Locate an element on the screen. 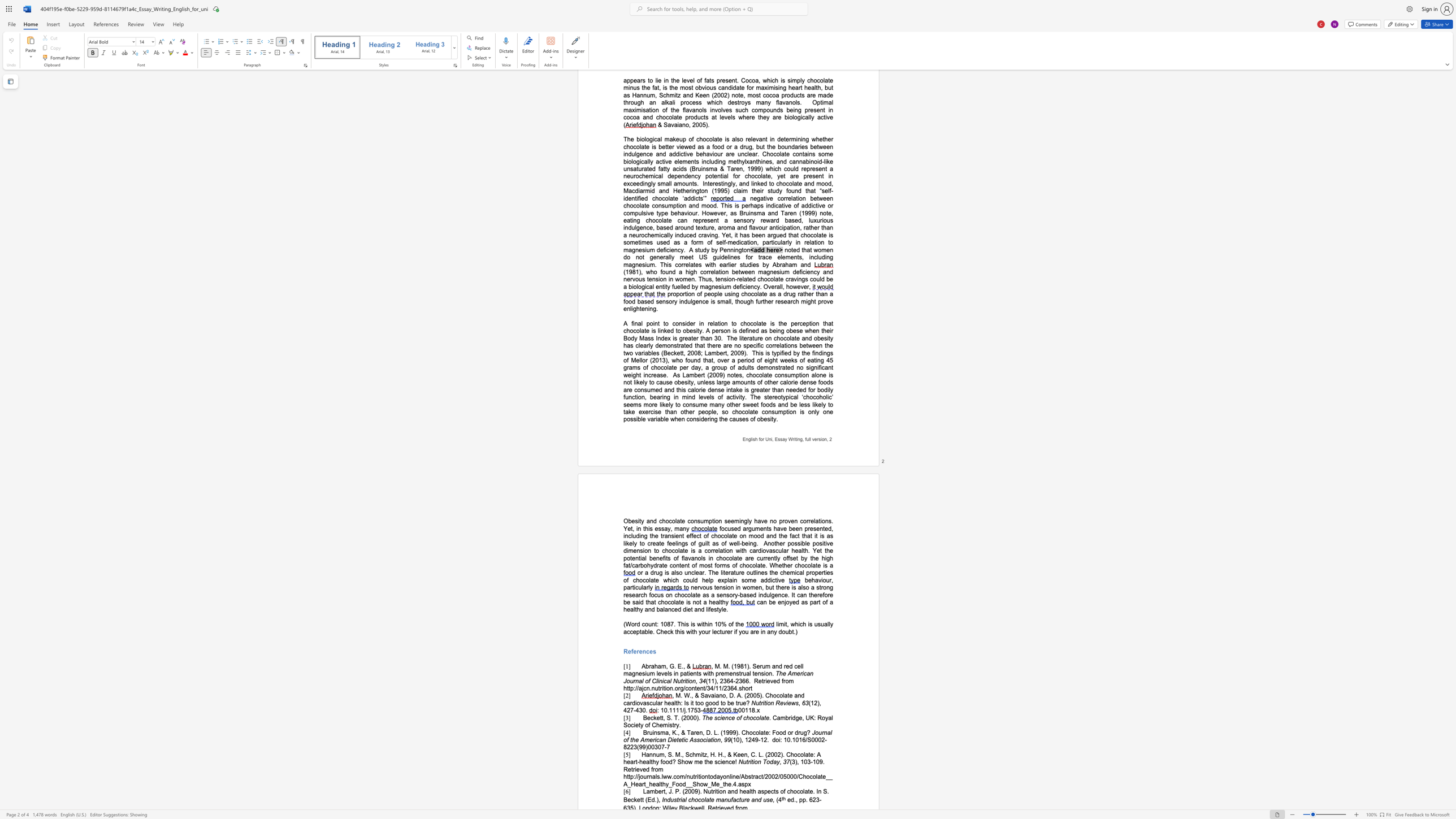  the subset text "s part of a heal" within the text "can be enjoyed as part of a healthy and balanced diet and lifestyle." is located at coordinates (804, 602).